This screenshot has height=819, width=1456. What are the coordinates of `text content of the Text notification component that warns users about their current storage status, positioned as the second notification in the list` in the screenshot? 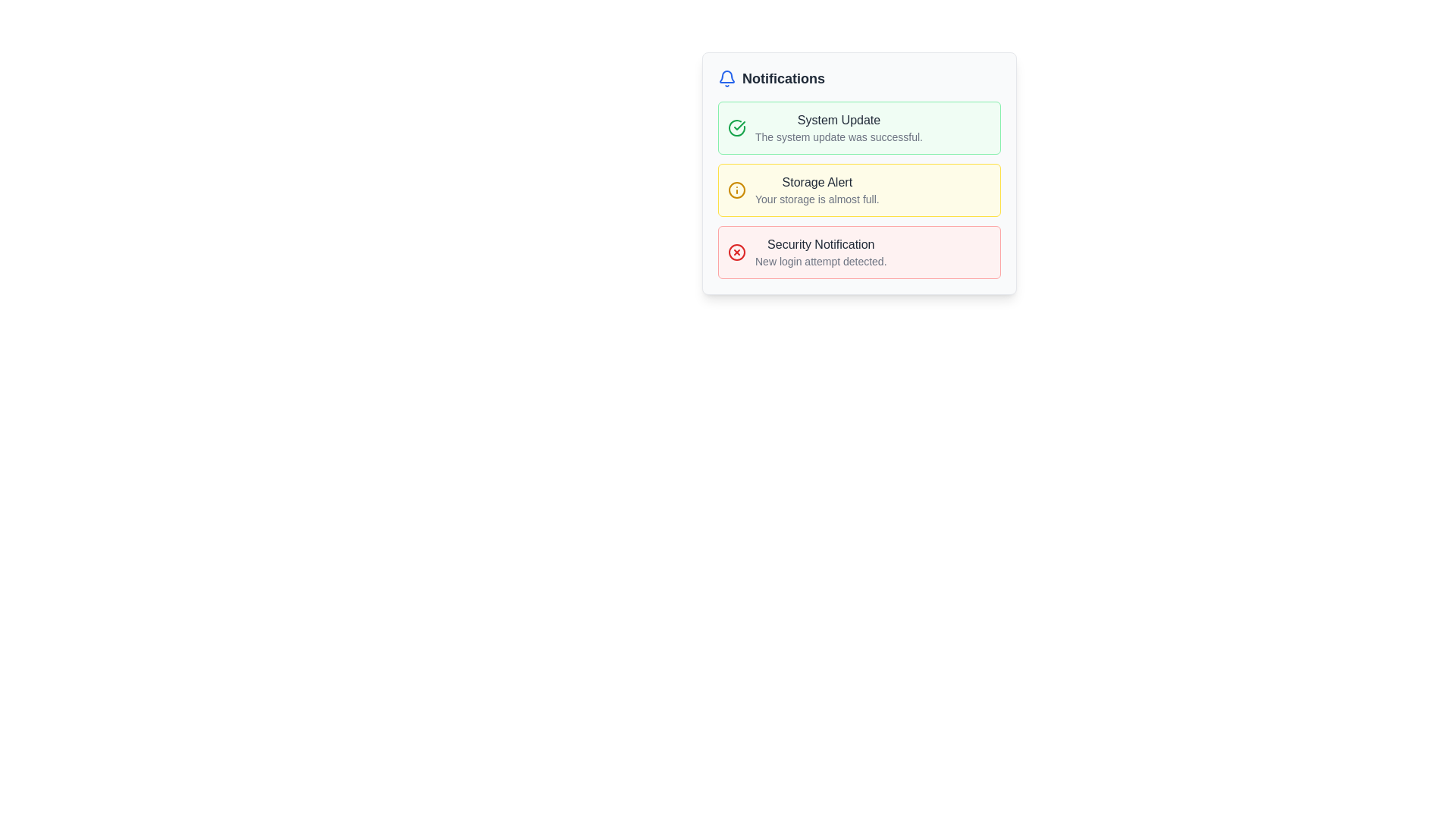 It's located at (816, 189).